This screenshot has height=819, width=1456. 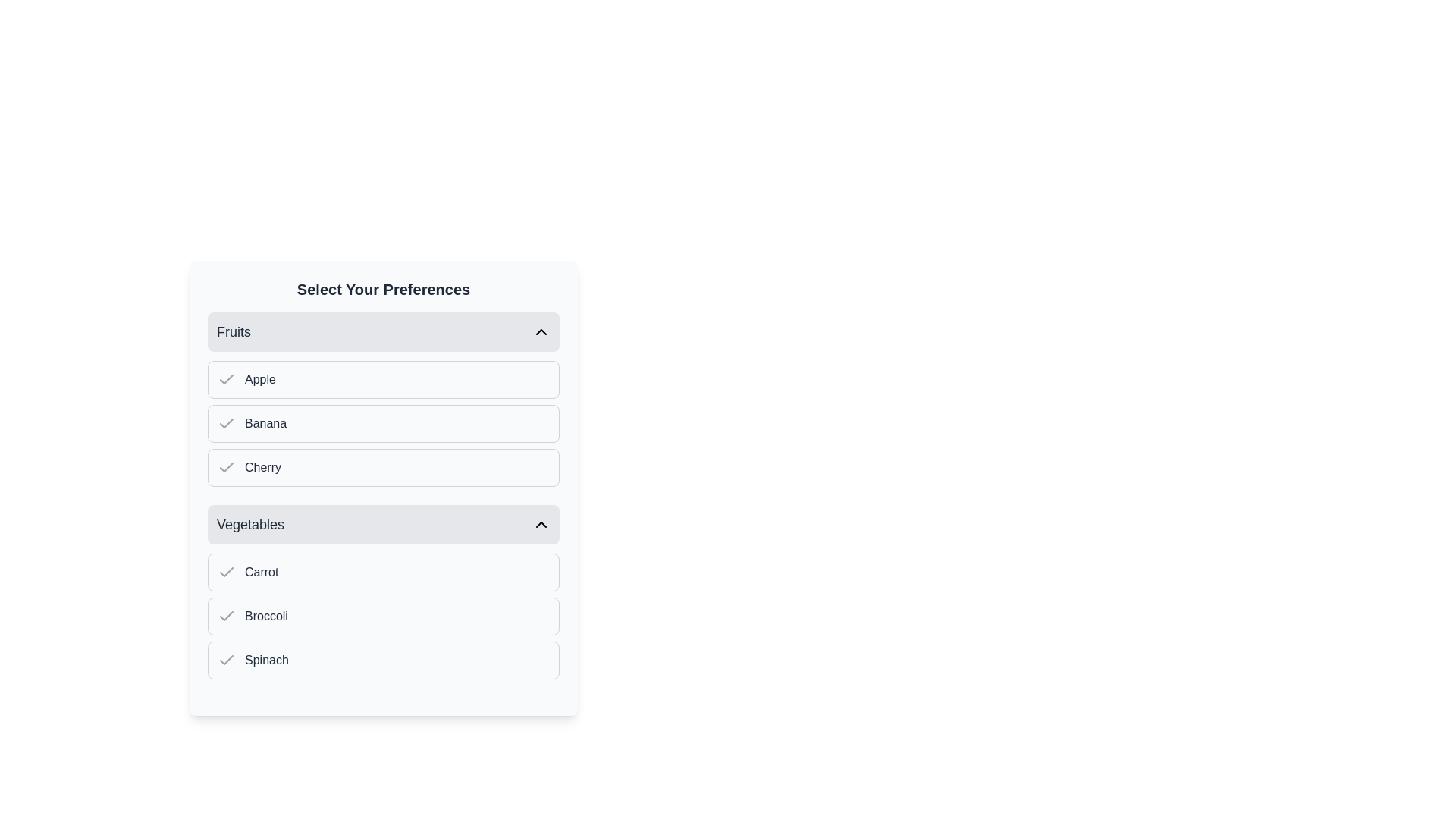 I want to click on the checkmark icon, which is a minimalist SVG vector graphic styled as a checkmark, located above the 'Broccoli' text in the 'Vegetables' category, so click(x=225, y=616).